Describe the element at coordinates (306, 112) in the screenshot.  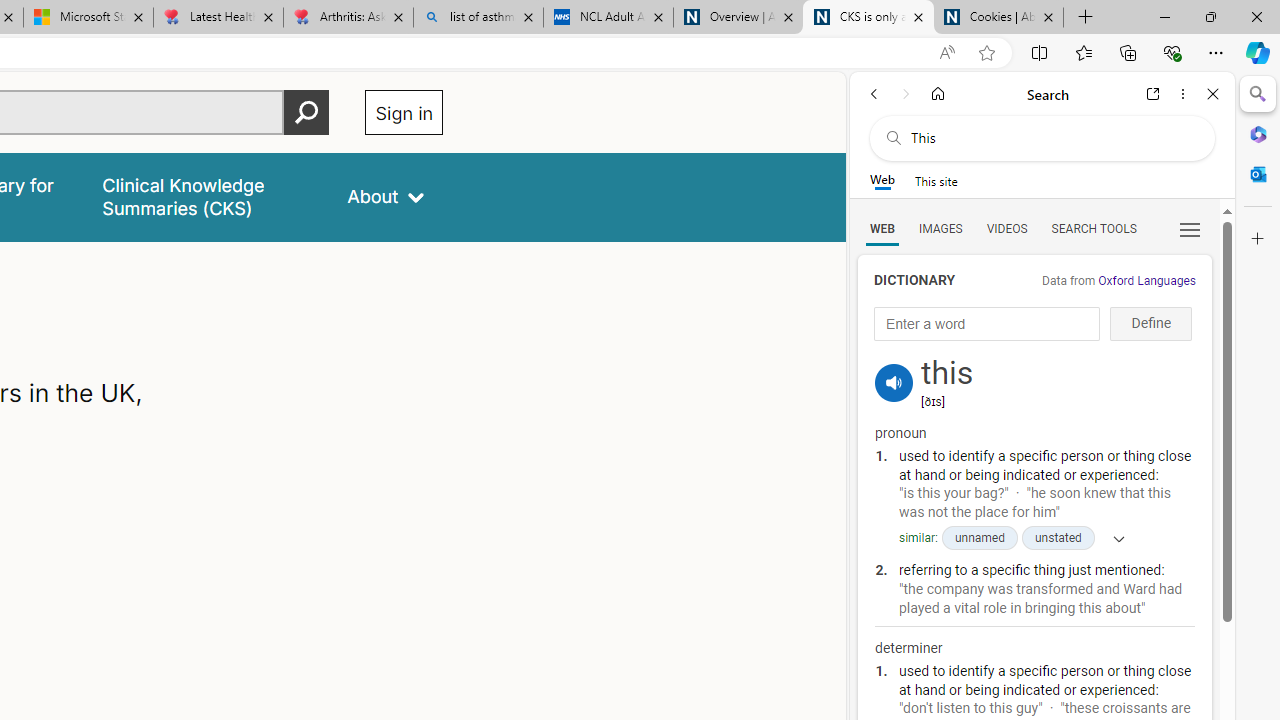
I see `'Perform search'` at that location.